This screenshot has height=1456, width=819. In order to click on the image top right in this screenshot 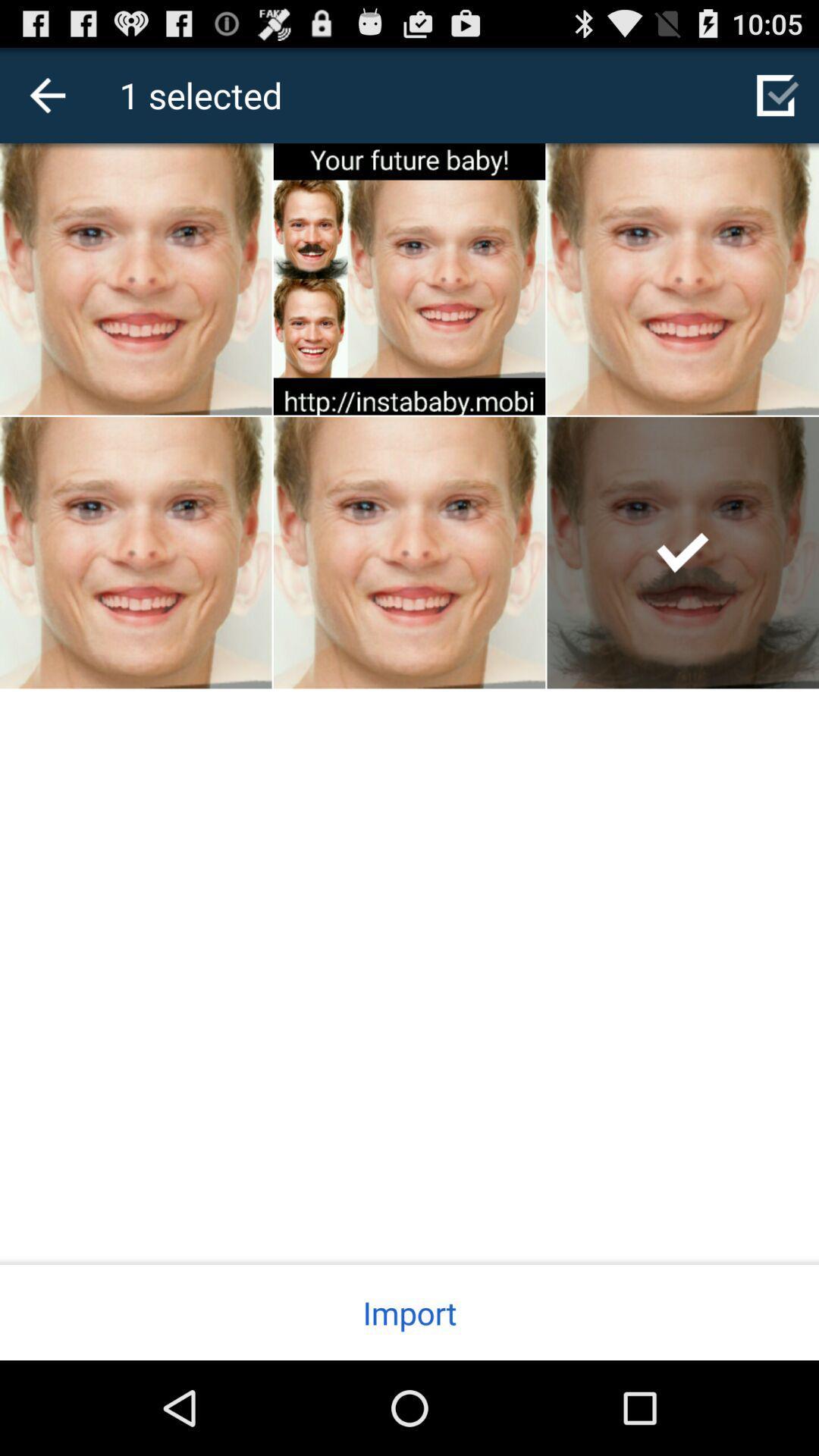, I will do `click(683, 279)`.